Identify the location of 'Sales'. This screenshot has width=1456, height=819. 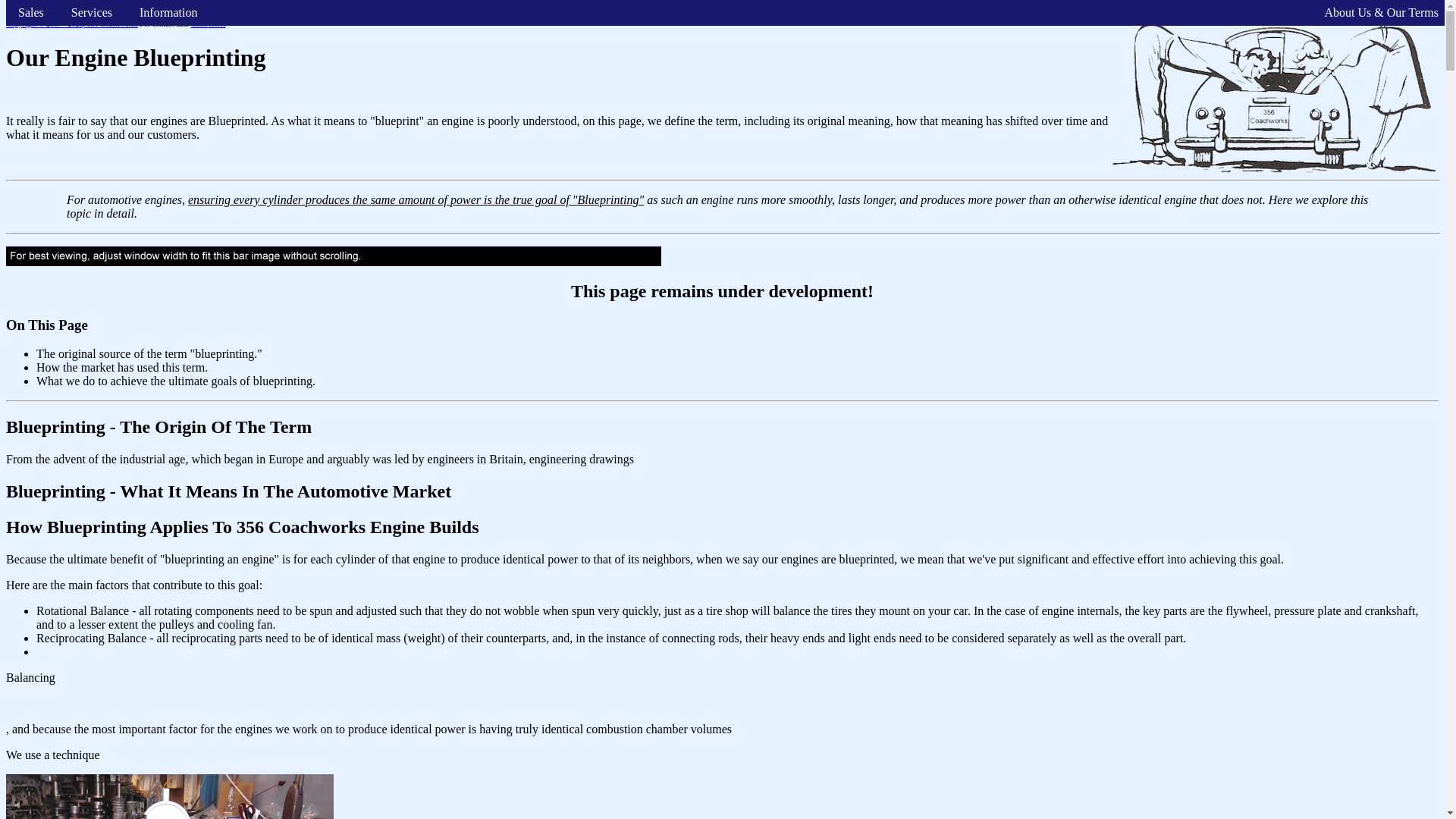
(31, 12).